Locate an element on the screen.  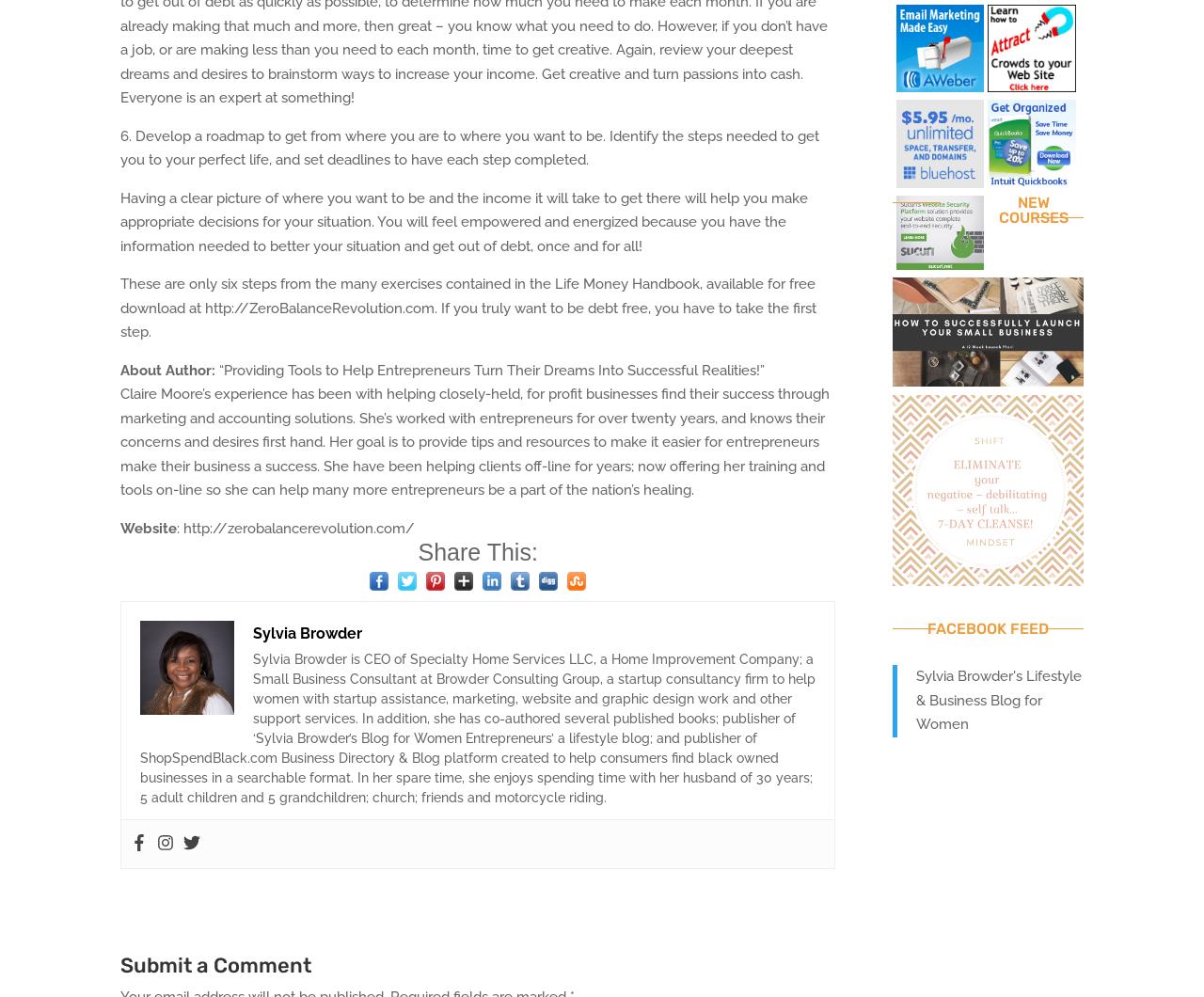
'Having a clear picture of where you want to be and the income it will take to get there will help you make appropriate decisions for your situation. You will feel empowered and energized because you have the information needed to better your situation and get out of debt, once and for all!' is located at coordinates (464, 220).